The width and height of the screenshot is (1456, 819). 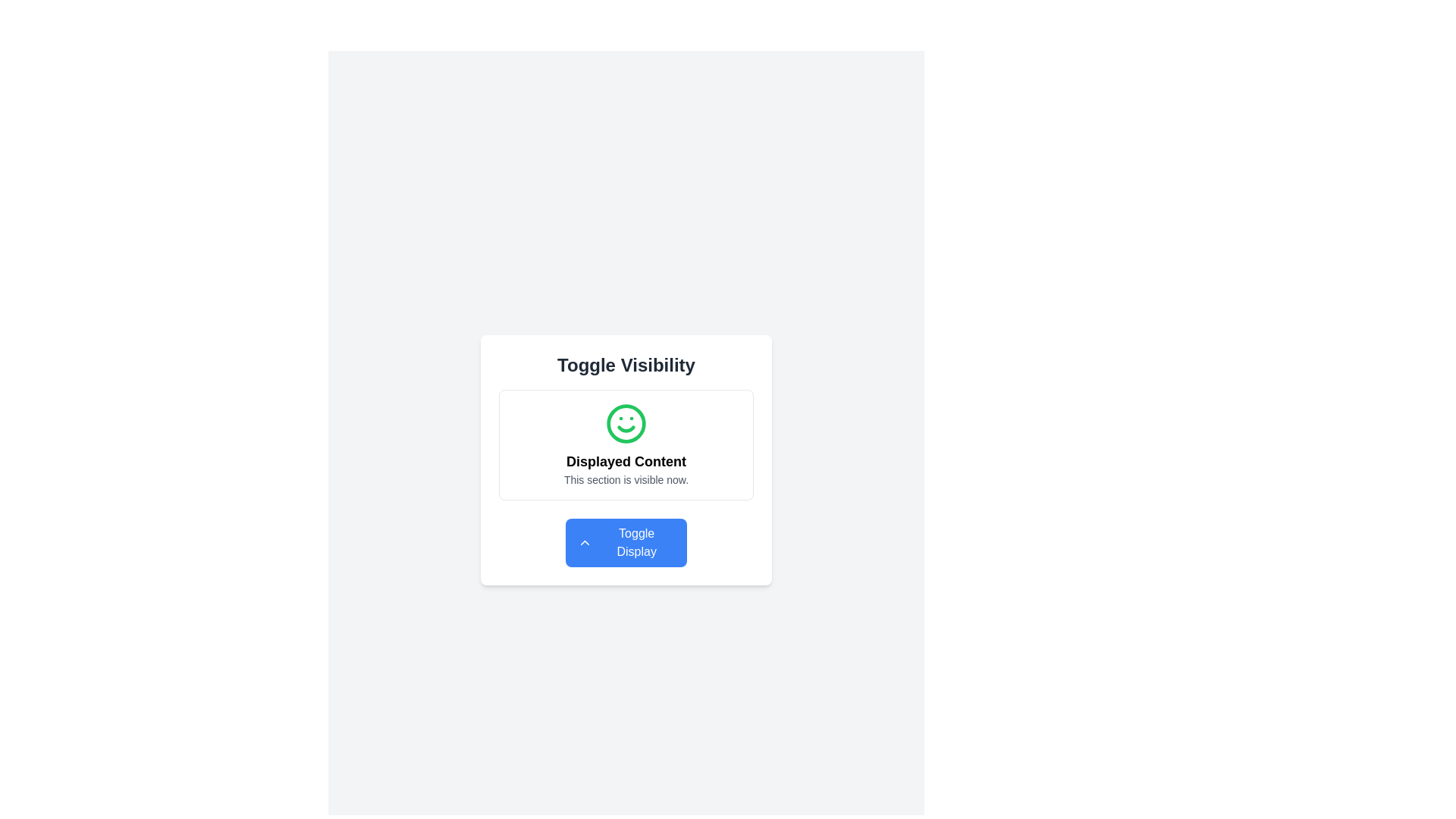 What do you see at coordinates (626, 542) in the screenshot?
I see `the blue button labeled 'Toggle Display' with a white text and an upward chevron icon` at bounding box center [626, 542].